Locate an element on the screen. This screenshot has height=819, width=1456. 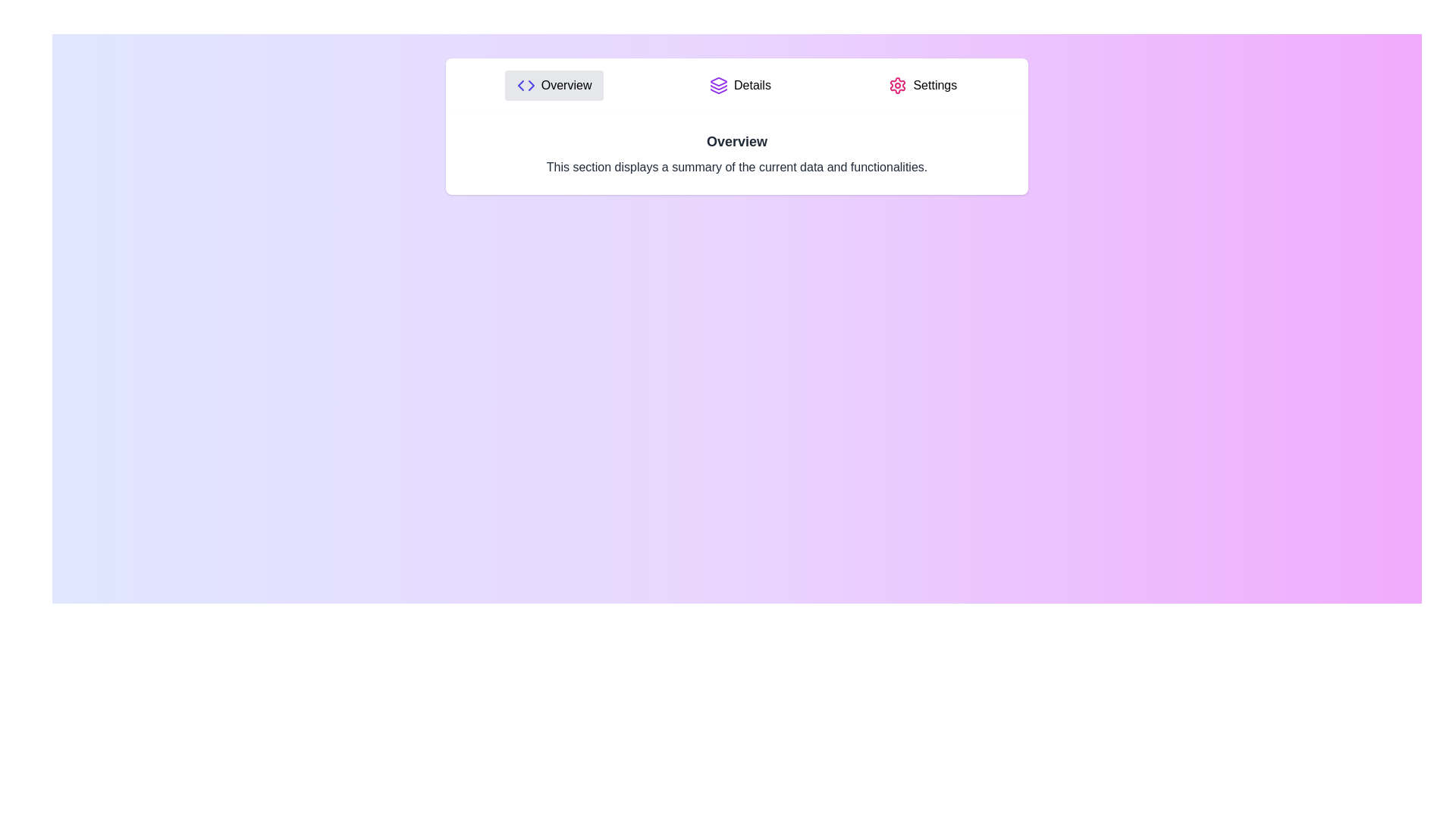
the bold header labeled 'Overview' is located at coordinates (736, 141).